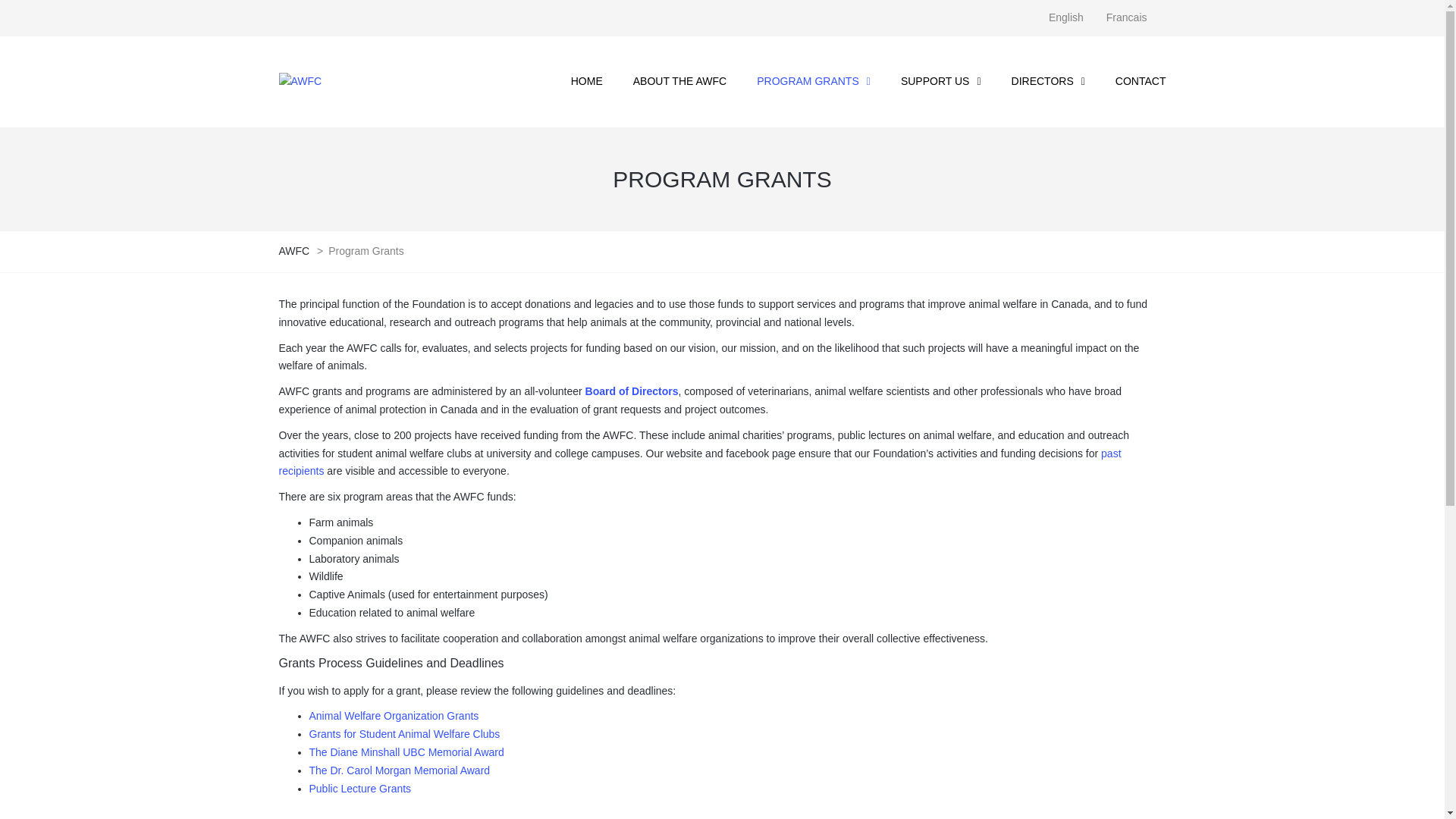 Image resolution: width=1456 pixels, height=819 pixels. What do you see at coordinates (679, 82) in the screenshot?
I see `'ABOUT THE AWFC'` at bounding box center [679, 82].